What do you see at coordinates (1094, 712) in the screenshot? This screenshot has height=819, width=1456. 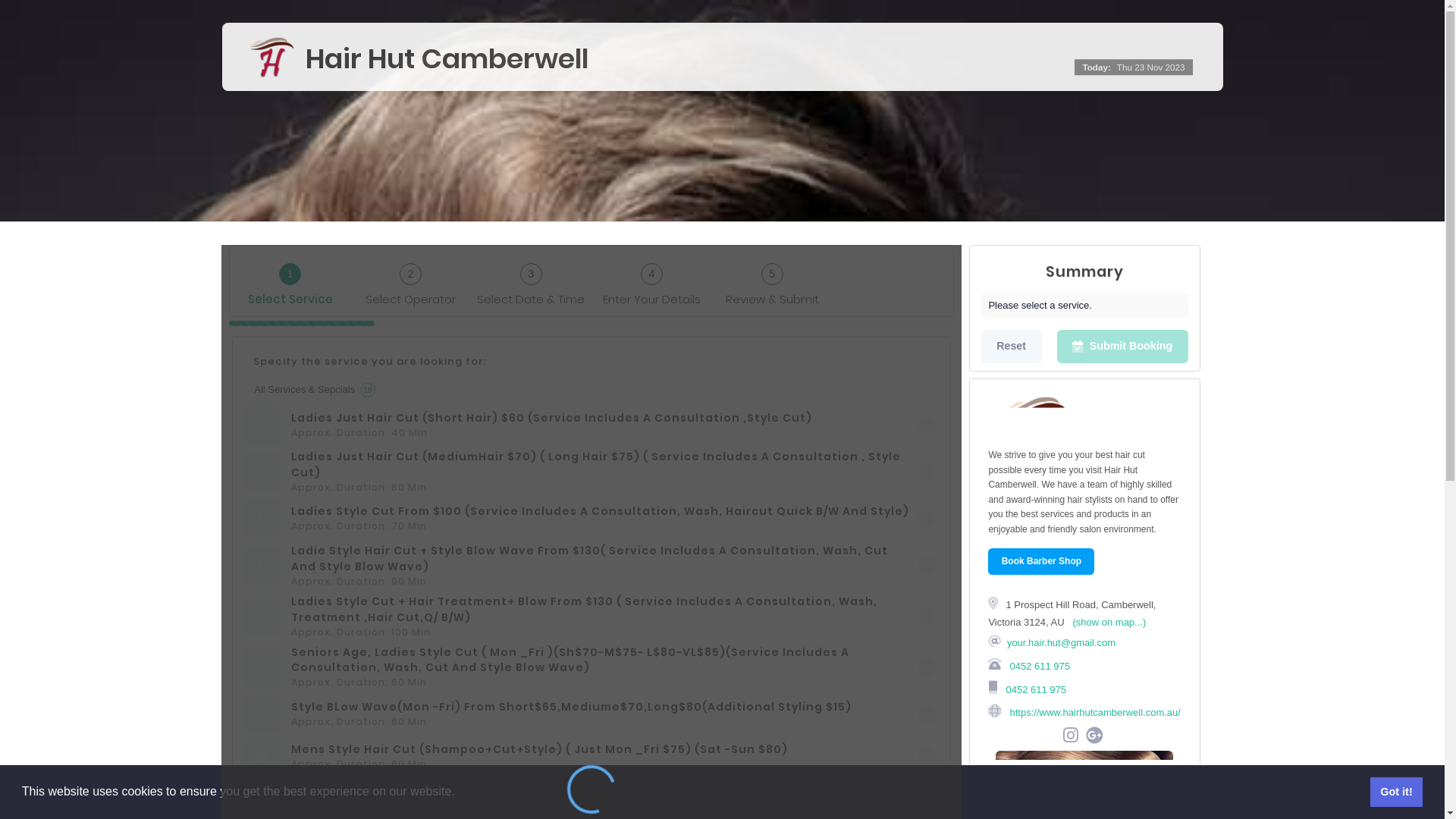 I see `'https://www.hairhutcamberwell.com.au/'` at bounding box center [1094, 712].